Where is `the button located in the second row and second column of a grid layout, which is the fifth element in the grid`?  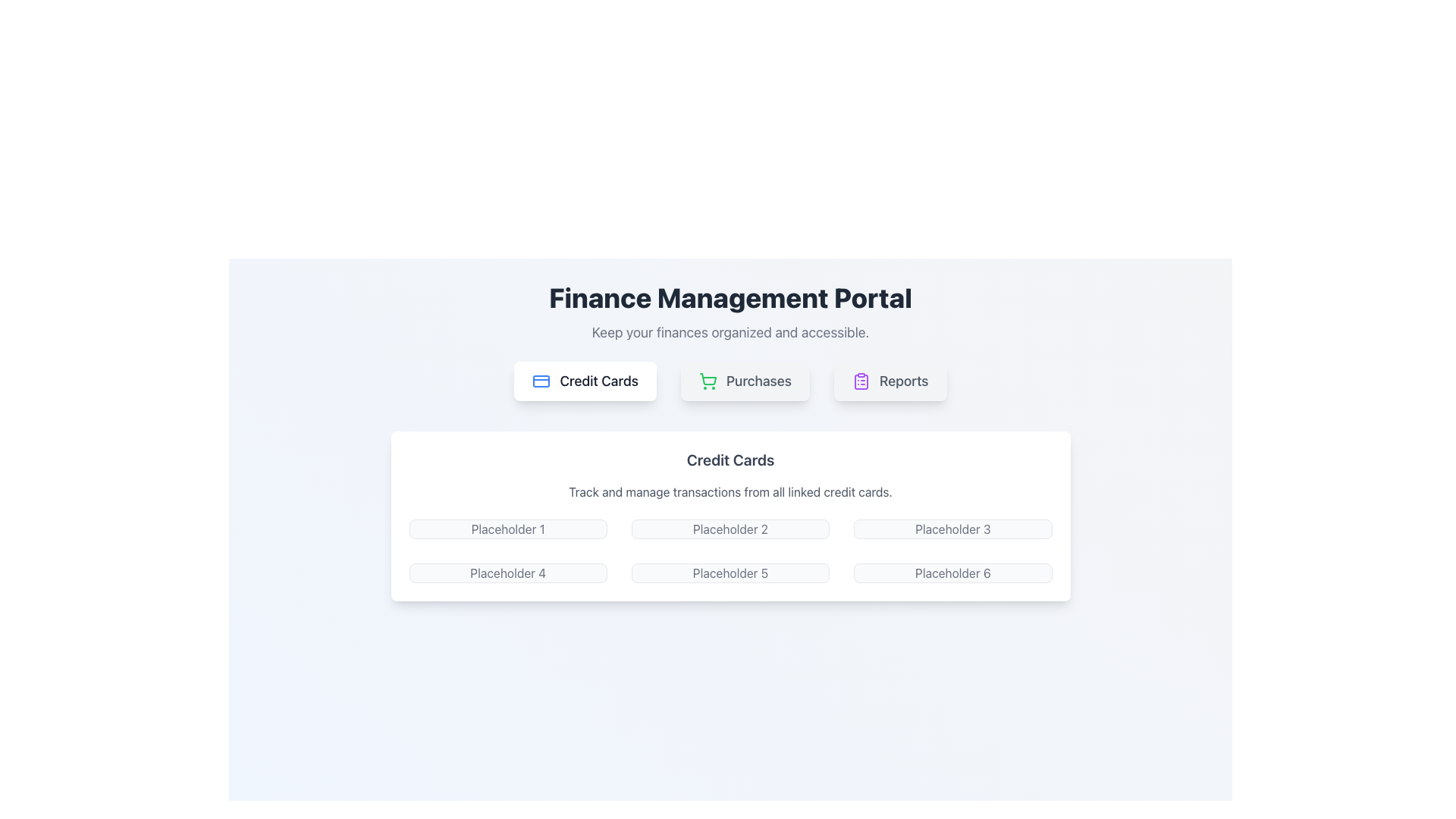 the button located in the second row and second column of a grid layout, which is the fifth element in the grid is located at coordinates (730, 573).